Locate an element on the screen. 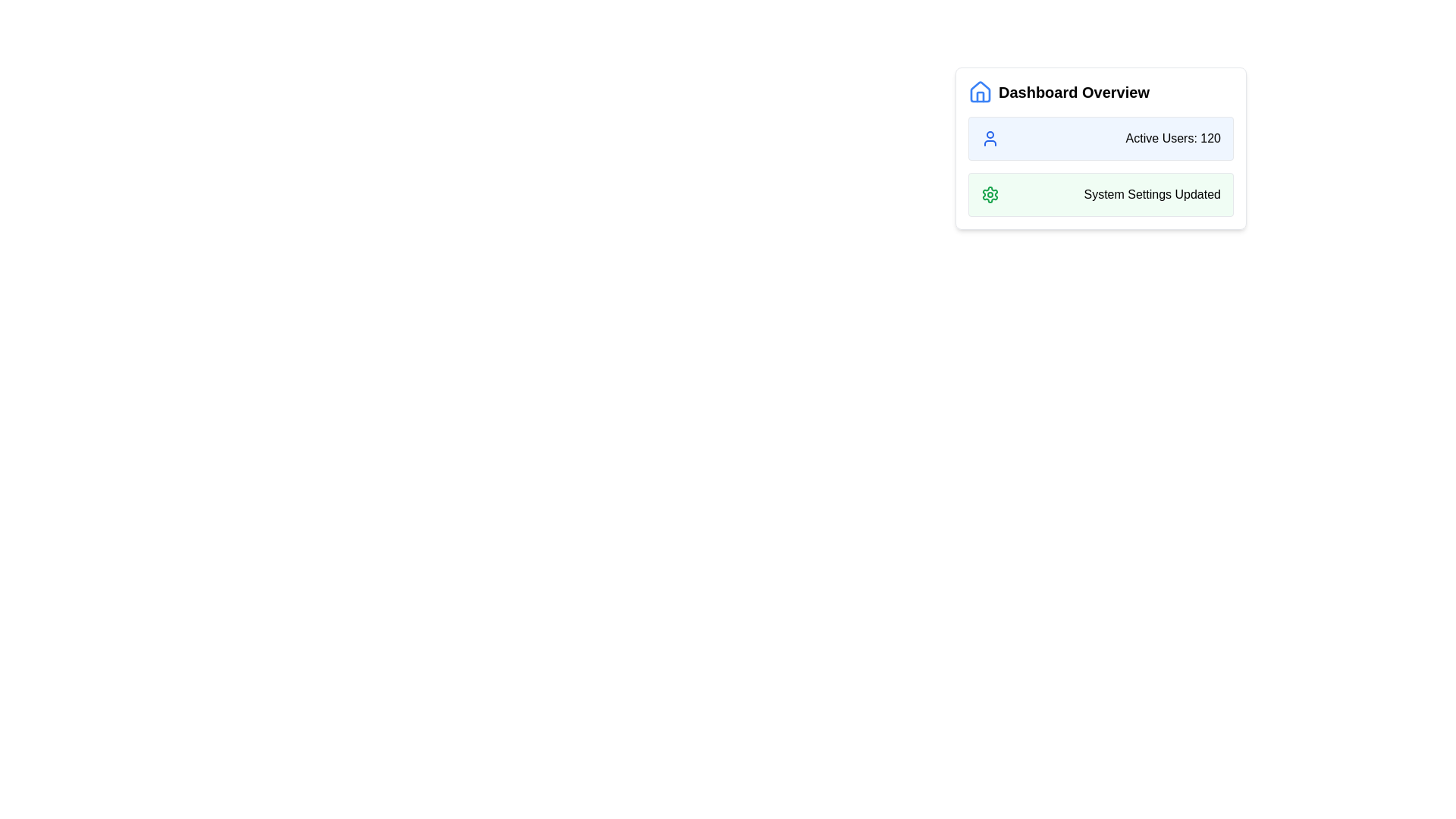  the settings icon located in the upper-left corner of the green notification box that contains the text 'System Settings Updated' is located at coordinates (990, 194).